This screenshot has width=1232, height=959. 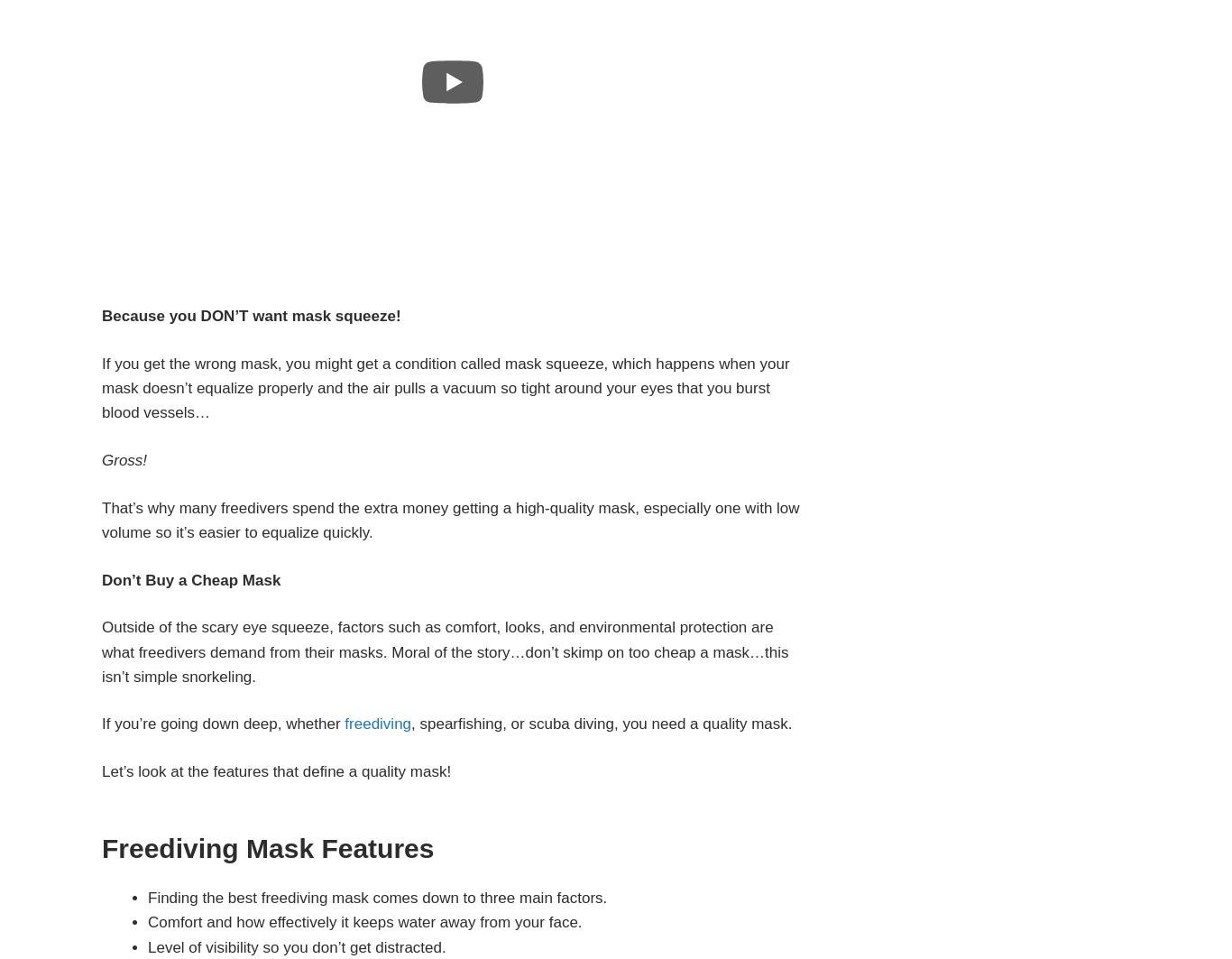 I want to click on 'freediving', so click(x=376, y=723).